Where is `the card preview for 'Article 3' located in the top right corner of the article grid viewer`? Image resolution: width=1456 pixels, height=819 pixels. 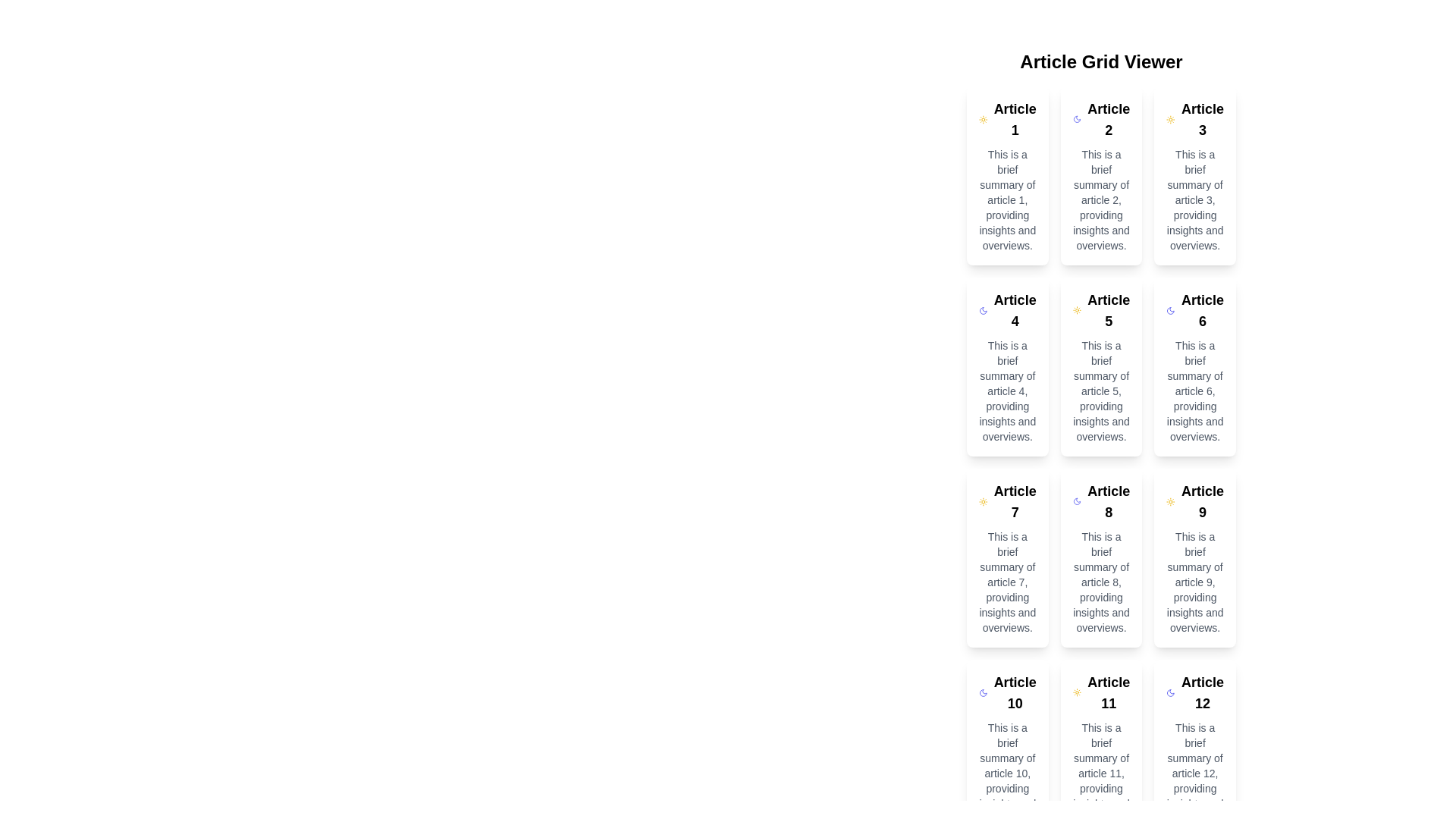
the card preview for 'Article 3' located in the top right corner of the article grid viewer is located at coordinates (1194, 174).